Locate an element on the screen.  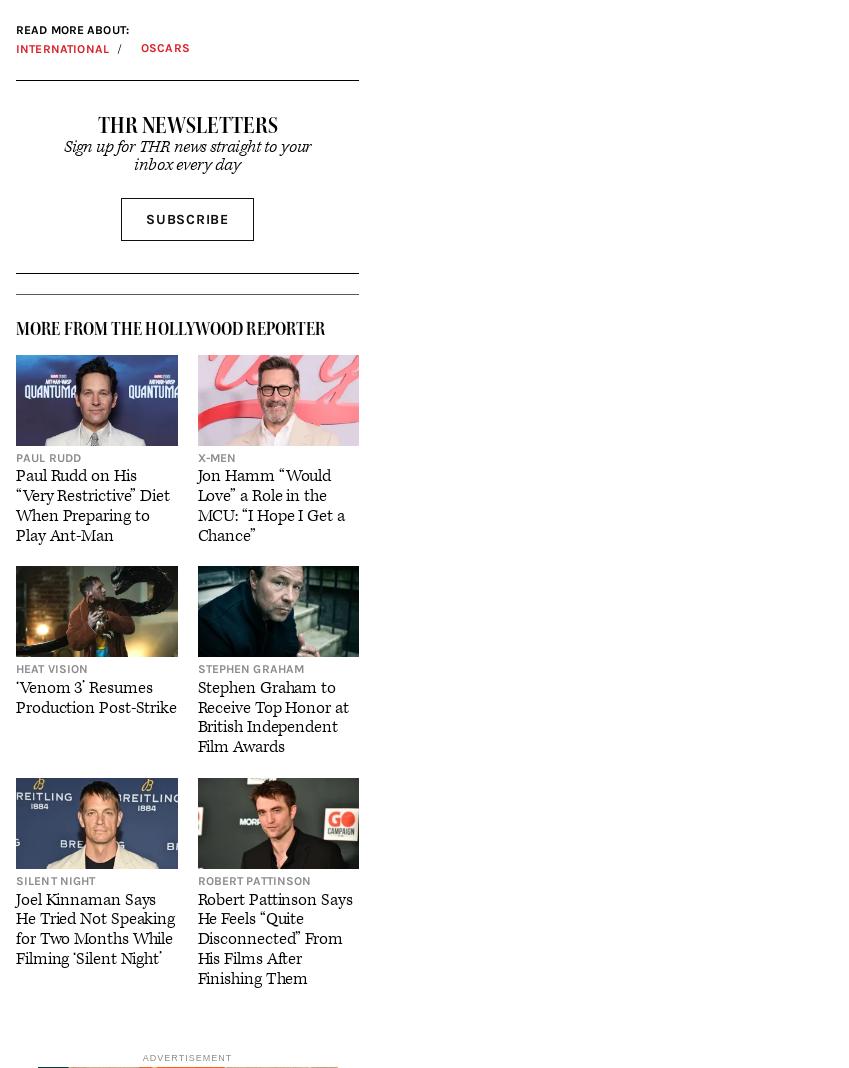
'Joel Kinnaman Says He Tried Not Speaking for Two Months While Filming ‘Silent Night’' is located at coordinates (94, 927).